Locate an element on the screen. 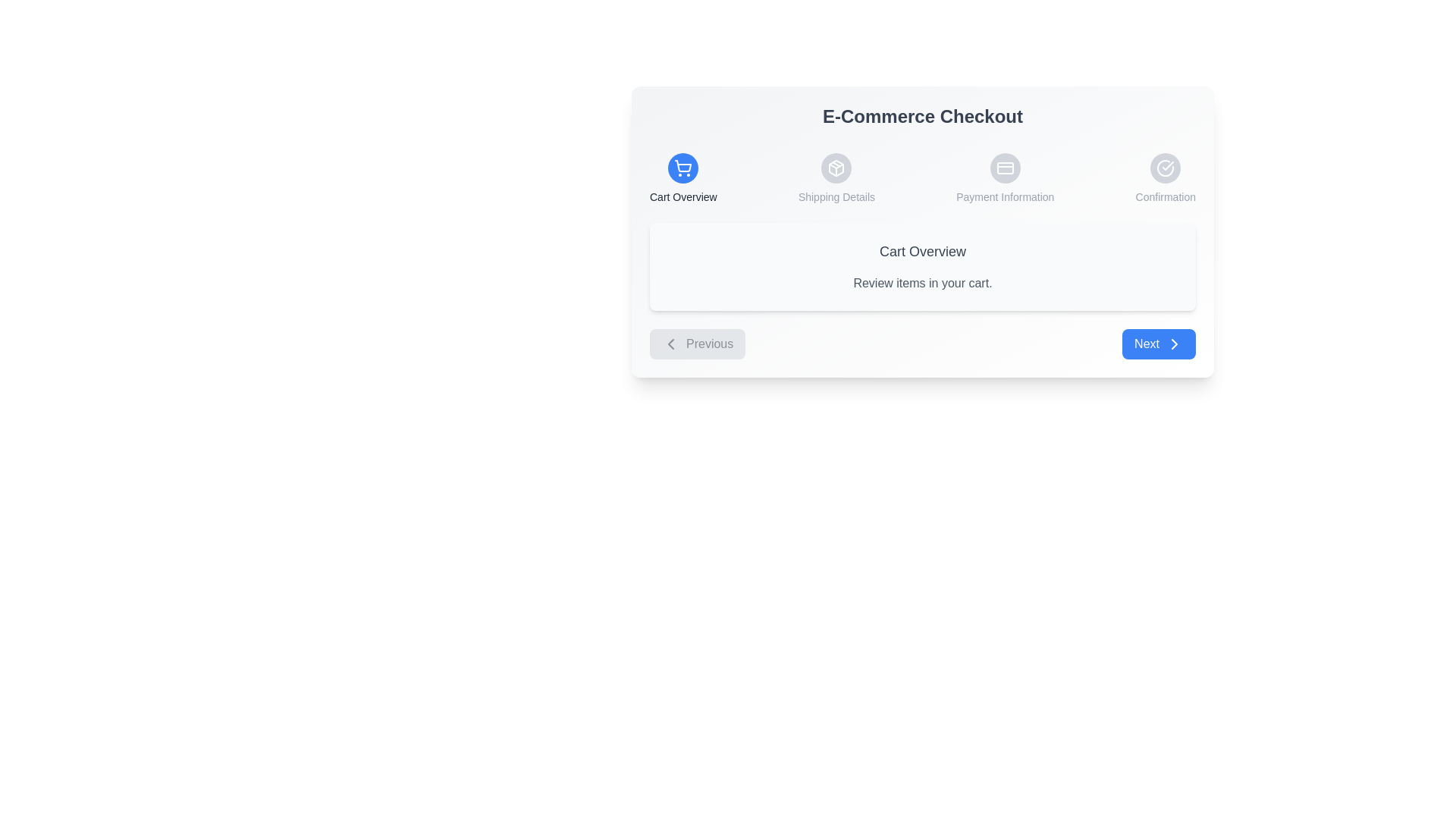 The image size is (1456, 819). the shopping cart icon, which is a minimalistic line art representation enclosed in a circular blue background, located in the 'Cart Overview' section of the e-commerce checkout navigation is located at coordinates (682, 168).